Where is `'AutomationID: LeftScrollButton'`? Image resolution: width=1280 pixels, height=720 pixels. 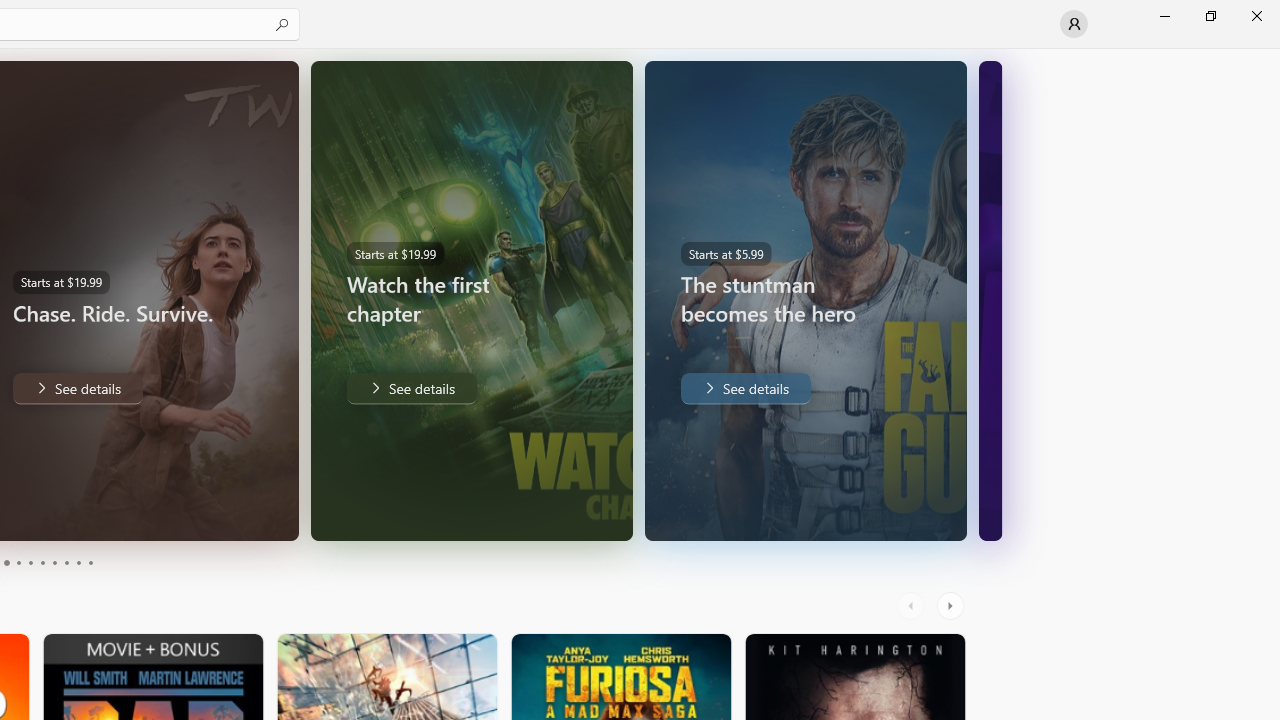
'AutomationID: LeftScrollButton' is located at coordinates (912, 605).